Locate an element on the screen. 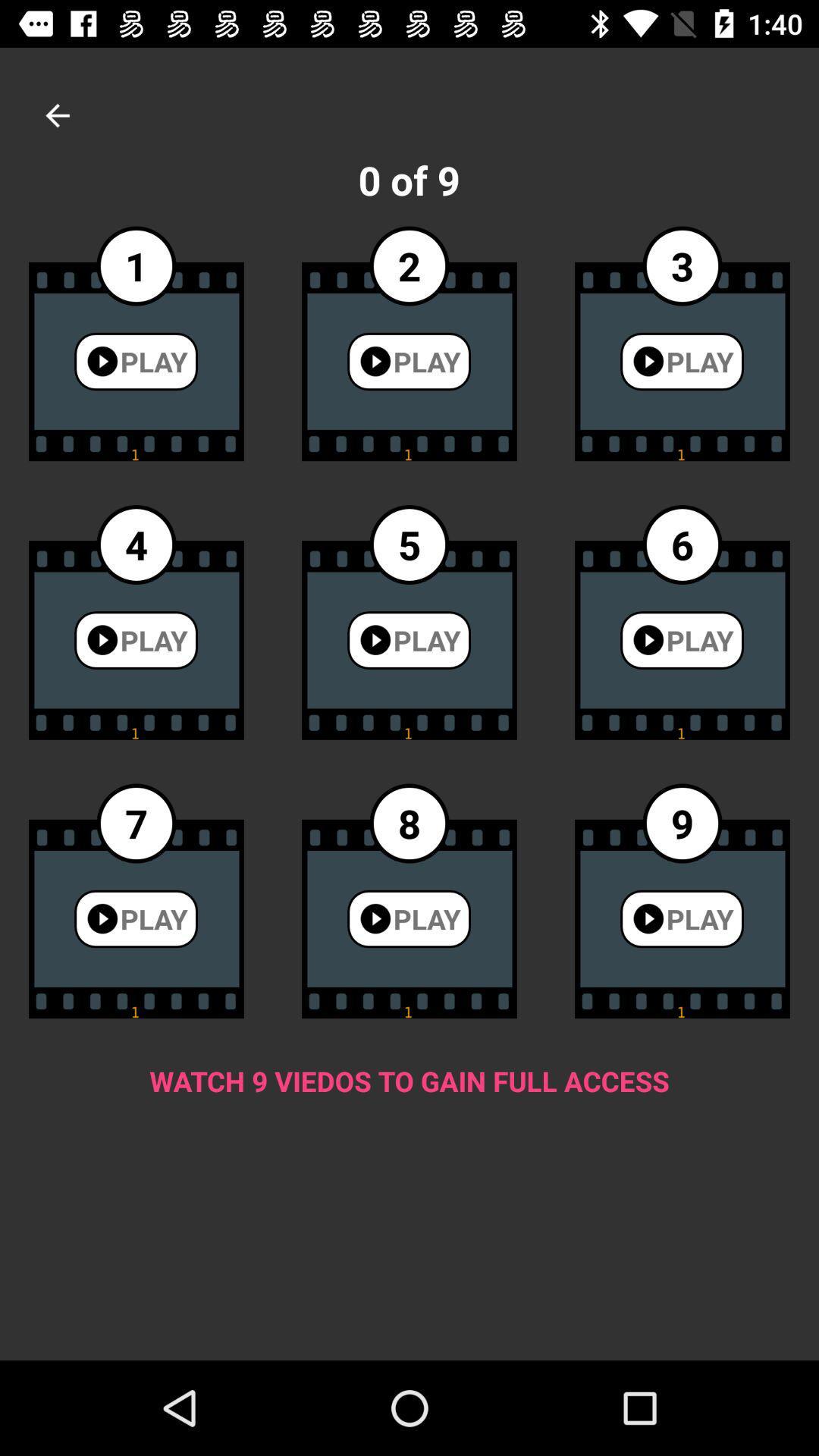  the arrow_backward icon is located at coordinates (57, 115).